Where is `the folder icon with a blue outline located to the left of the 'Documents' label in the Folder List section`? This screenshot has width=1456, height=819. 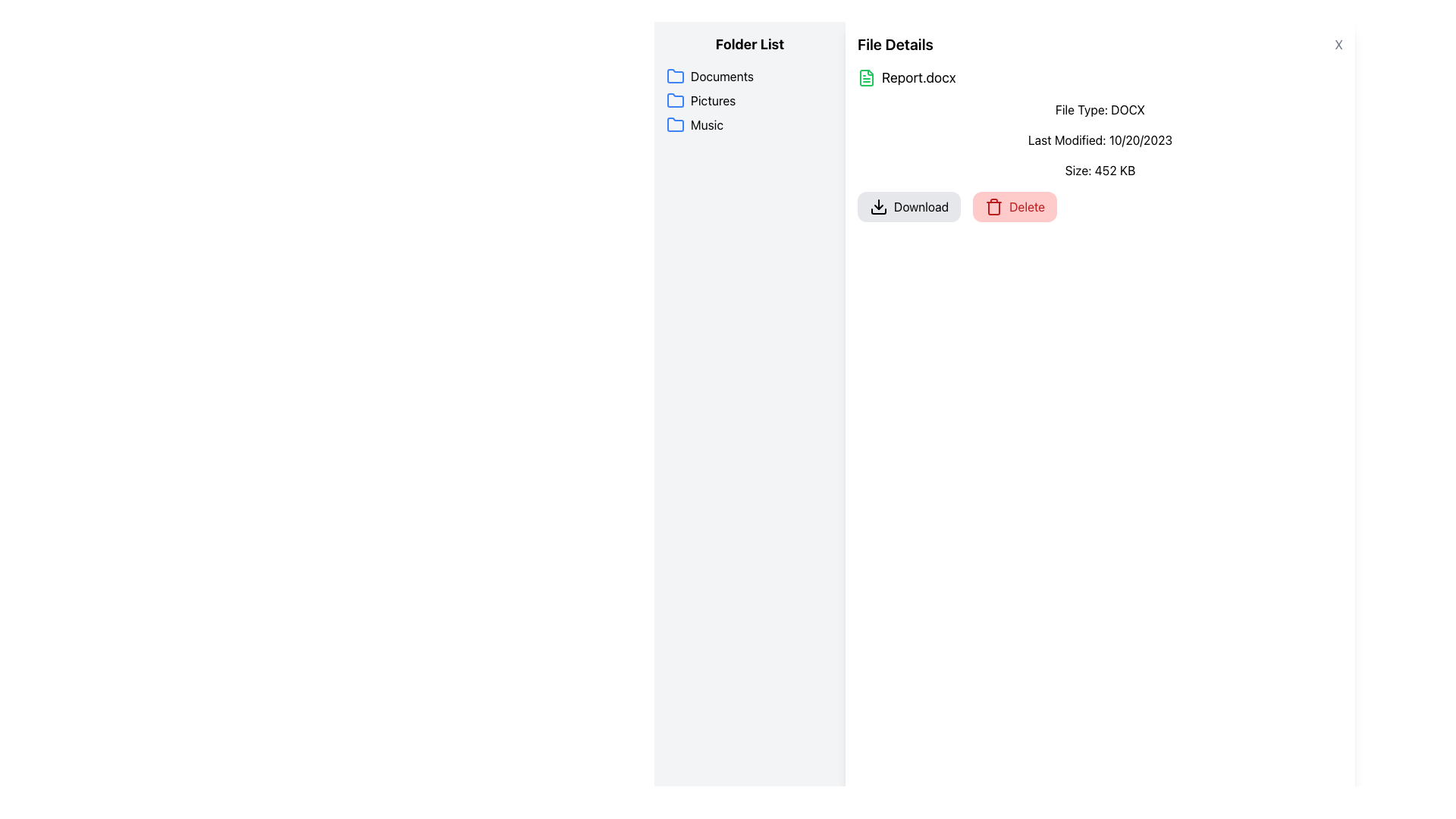
the folder icon with a blue outline located to the left of the 'Documents' label in the Folder List section is located at coordinates (675, 76).